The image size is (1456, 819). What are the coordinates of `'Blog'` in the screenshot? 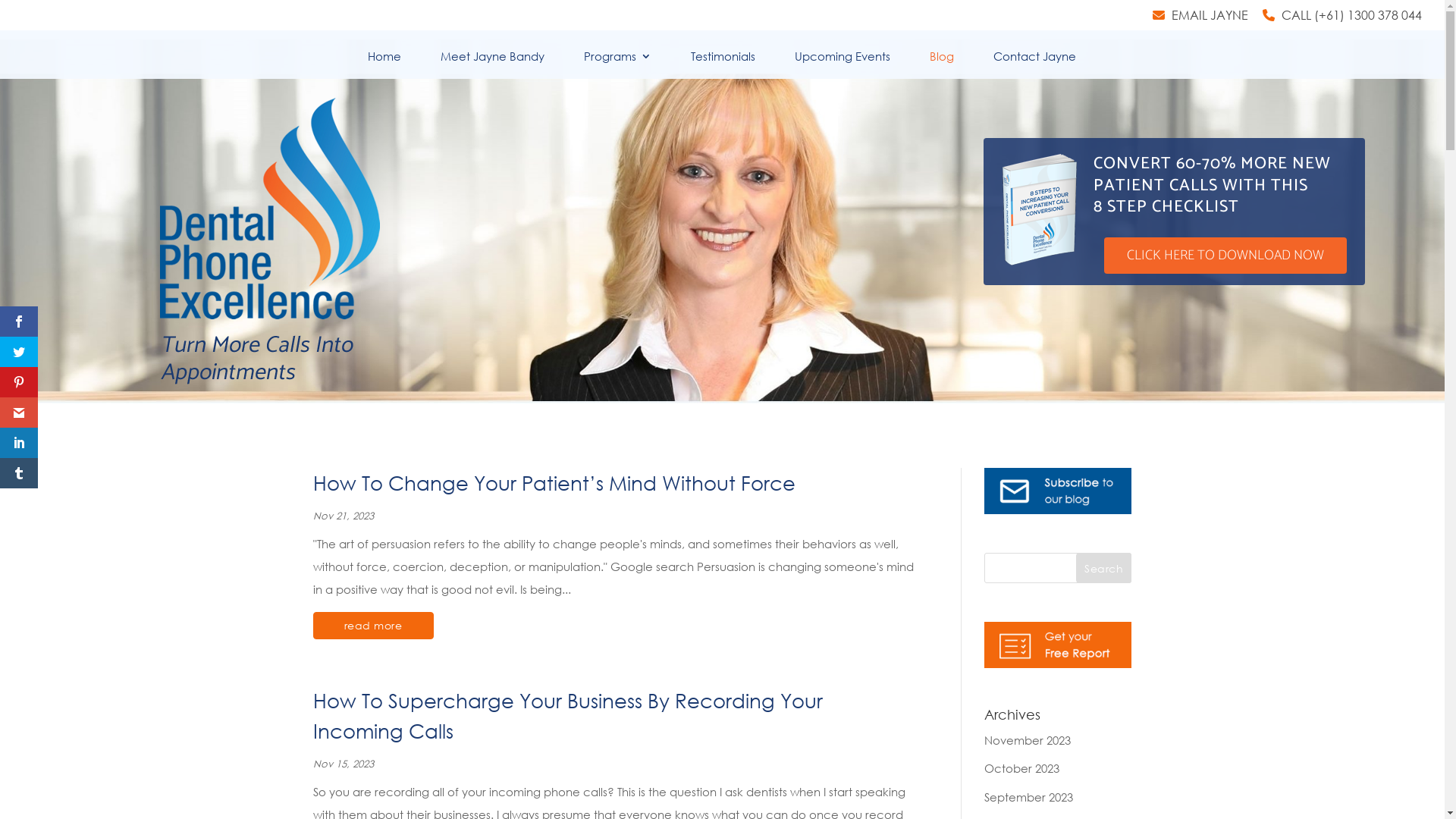 It's located at (941, 64).